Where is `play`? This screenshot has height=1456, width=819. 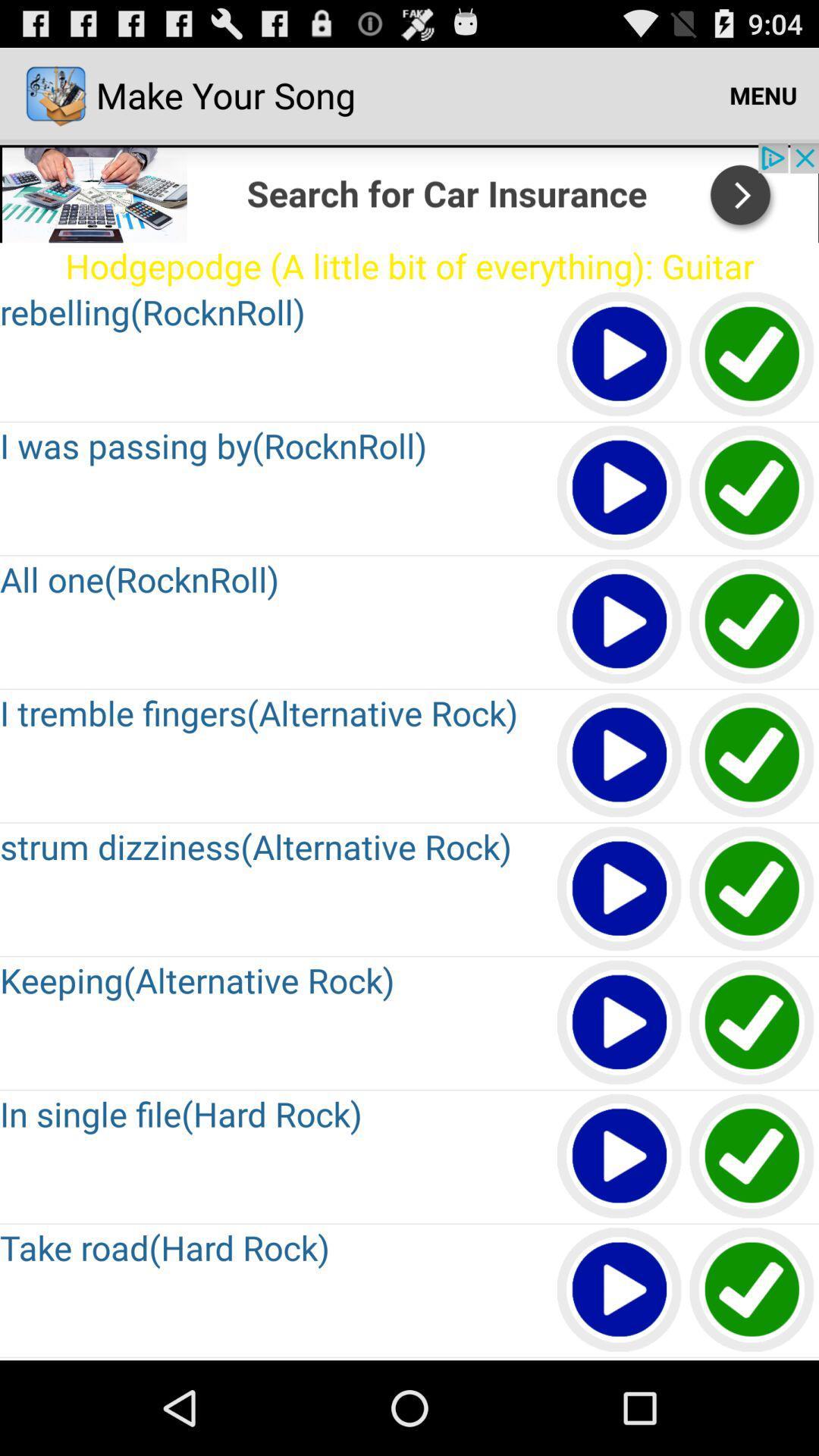
play is located at coordinates (620, 354).